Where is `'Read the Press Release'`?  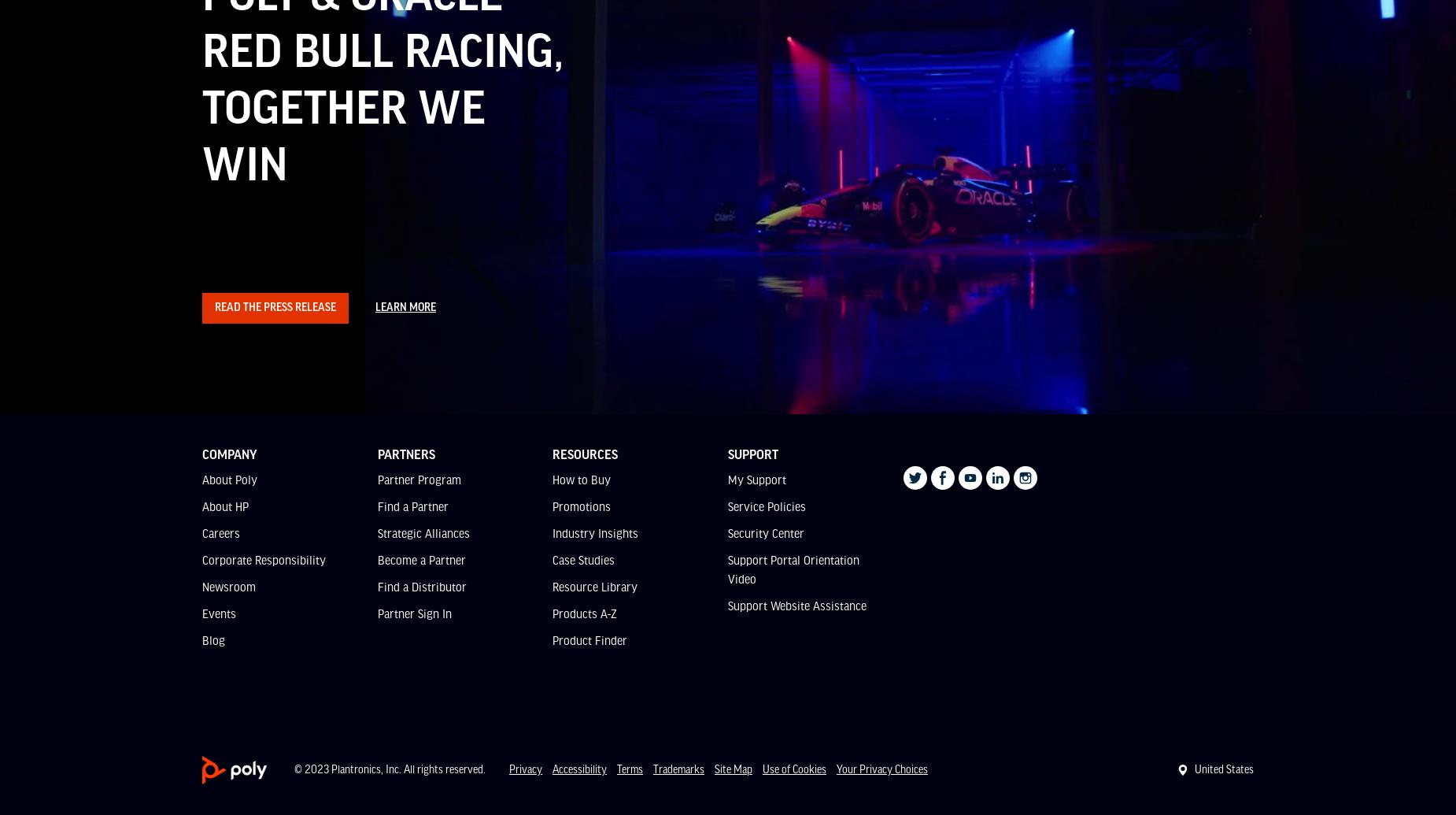 'Read the Press Release' is located at coordinates (275, 306).